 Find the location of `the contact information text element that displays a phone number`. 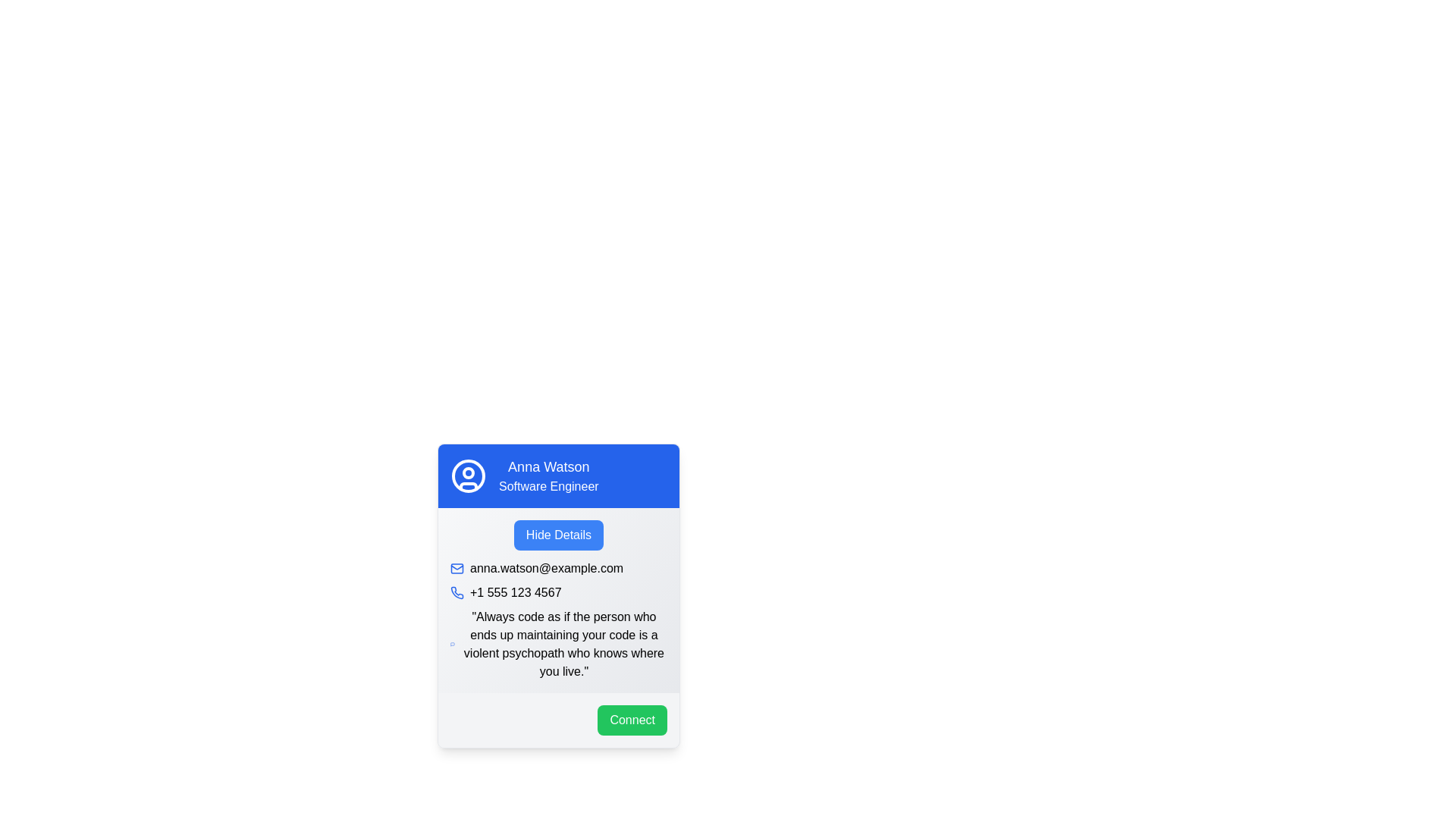

the contact information text element that displays a phone number is located at coordinates (558, 592).